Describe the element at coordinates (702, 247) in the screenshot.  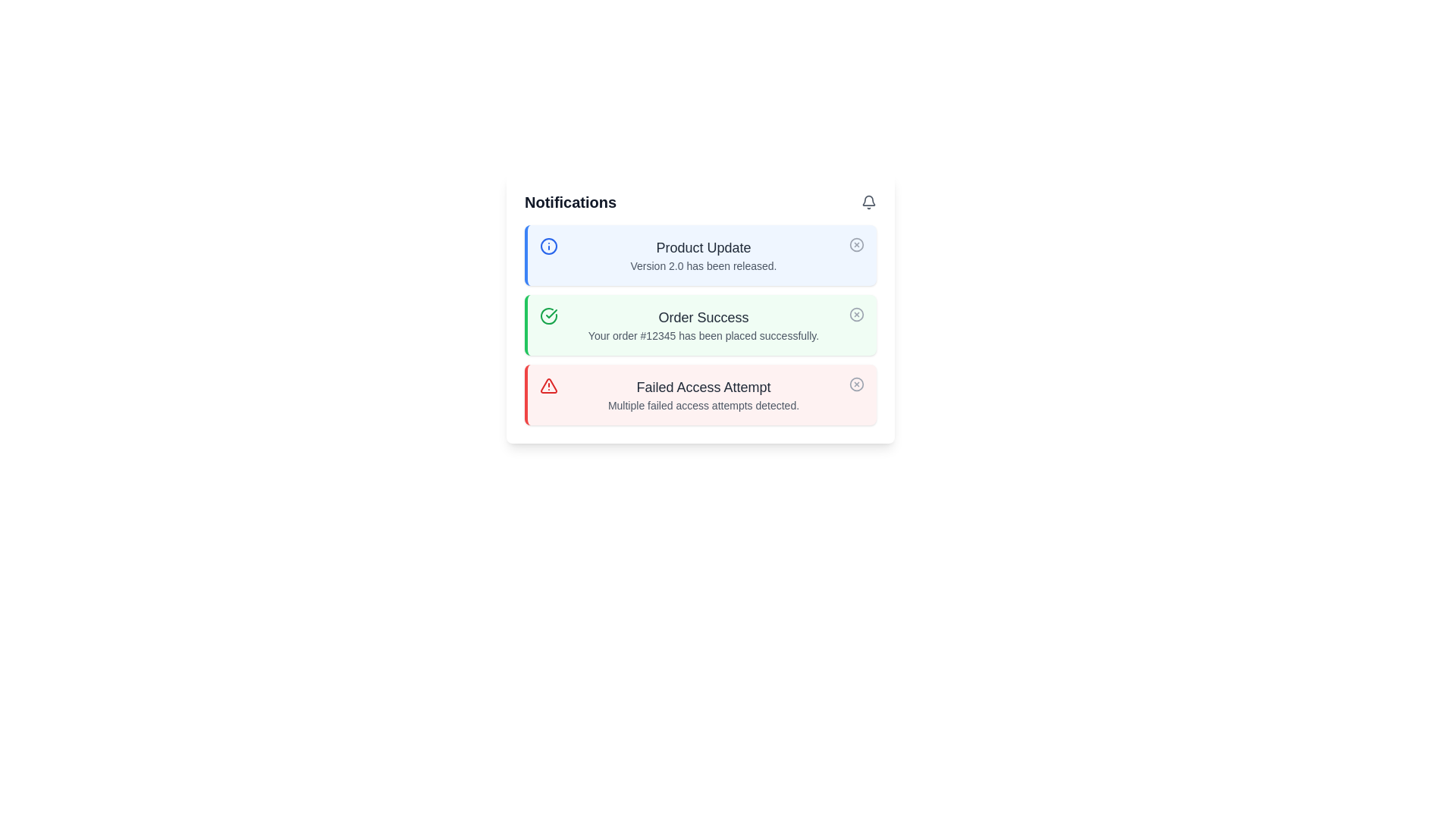
I see `text label displaying 'Product Update' in medium gray font located in the header of the first notification card` at that location.